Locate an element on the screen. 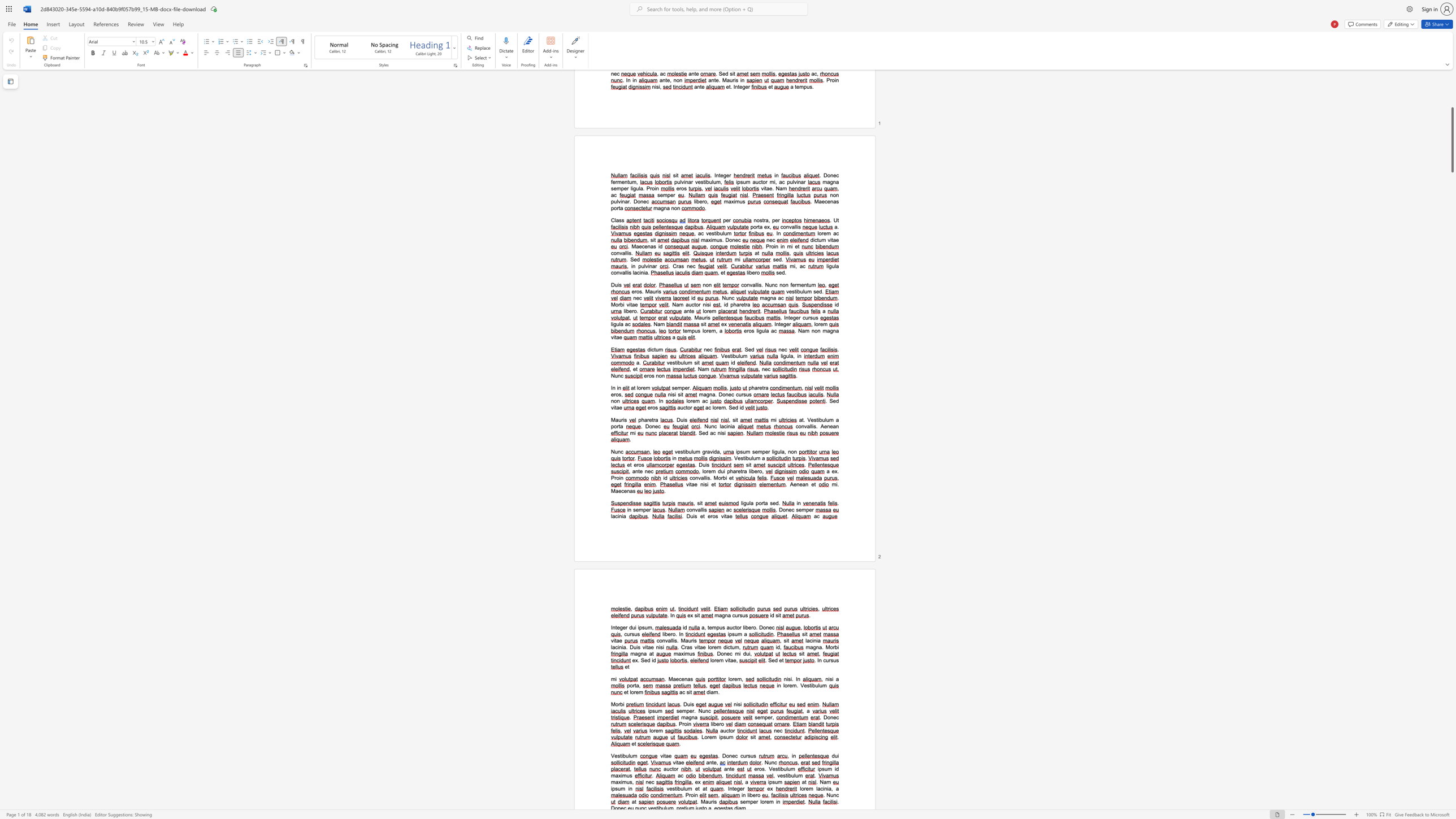 This screenshot has width=1456, height=819. the 1th character "p" in the text is located at coordinates (644, 510).